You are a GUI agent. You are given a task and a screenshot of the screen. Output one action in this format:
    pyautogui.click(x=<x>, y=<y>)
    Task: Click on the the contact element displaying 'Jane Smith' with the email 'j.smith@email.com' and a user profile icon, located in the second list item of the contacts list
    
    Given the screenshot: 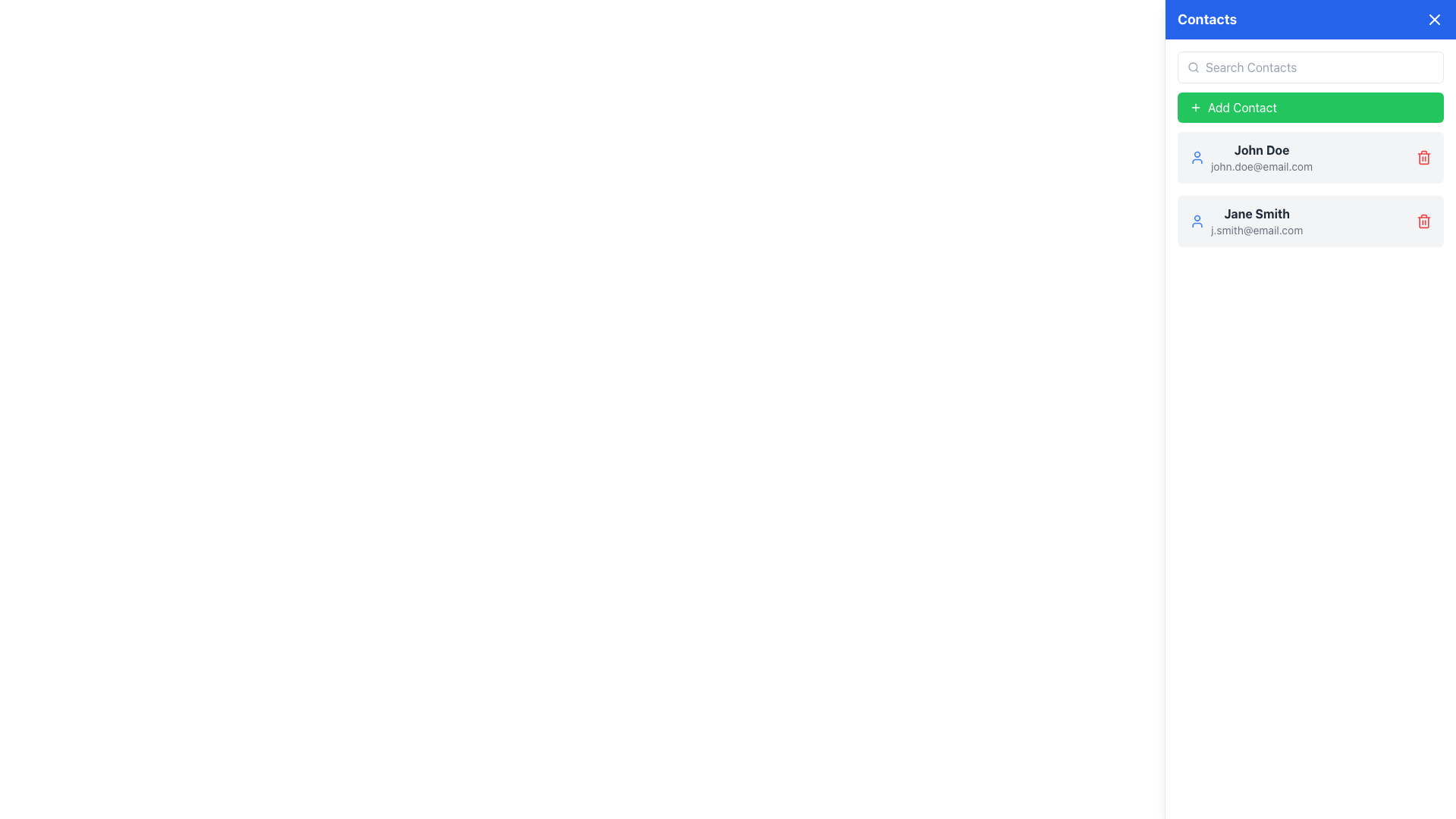 What is the action you would take?
    pyautogui.click(x=1246, y=221)
    